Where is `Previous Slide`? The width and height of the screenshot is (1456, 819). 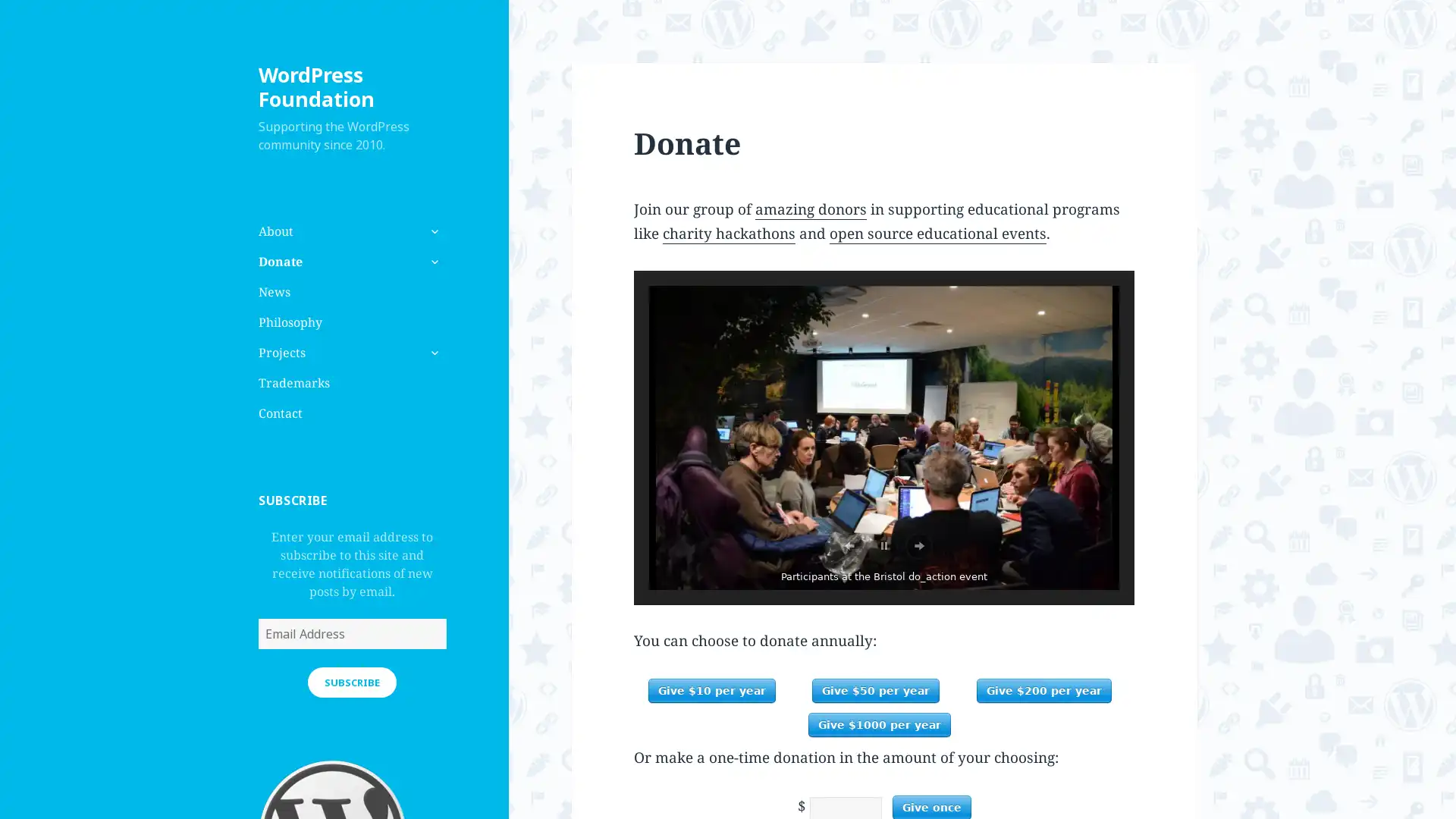
Previous Slide is located at coordinates (848, 546).